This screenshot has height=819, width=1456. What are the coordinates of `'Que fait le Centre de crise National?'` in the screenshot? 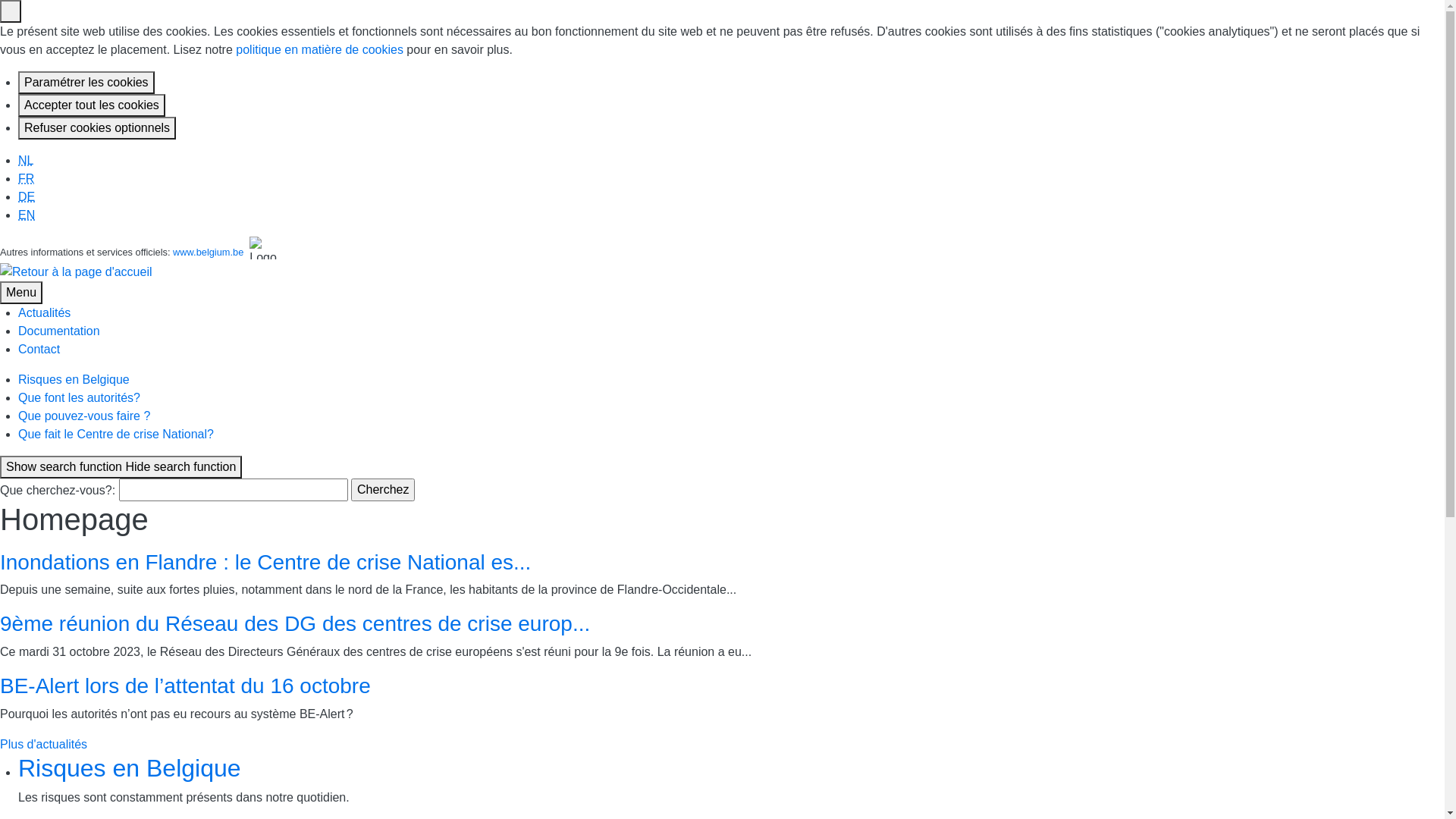 It's located at (115, 434).